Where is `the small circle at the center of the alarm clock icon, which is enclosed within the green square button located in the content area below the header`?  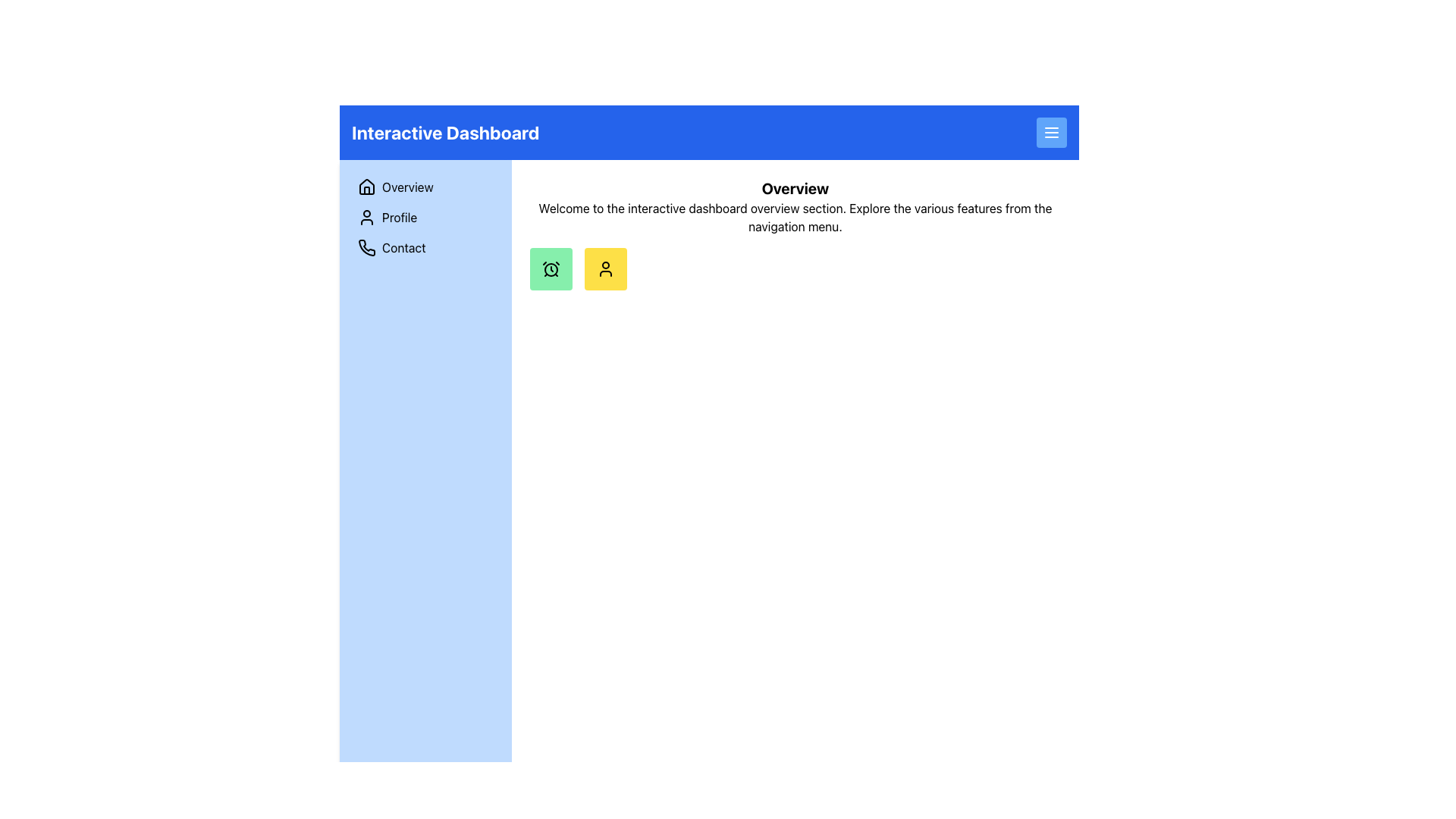 the small circle at the center of the alarm clock icon, which is enclosed within the green square button located in the content area below the header is located at coordinates (550, 268).